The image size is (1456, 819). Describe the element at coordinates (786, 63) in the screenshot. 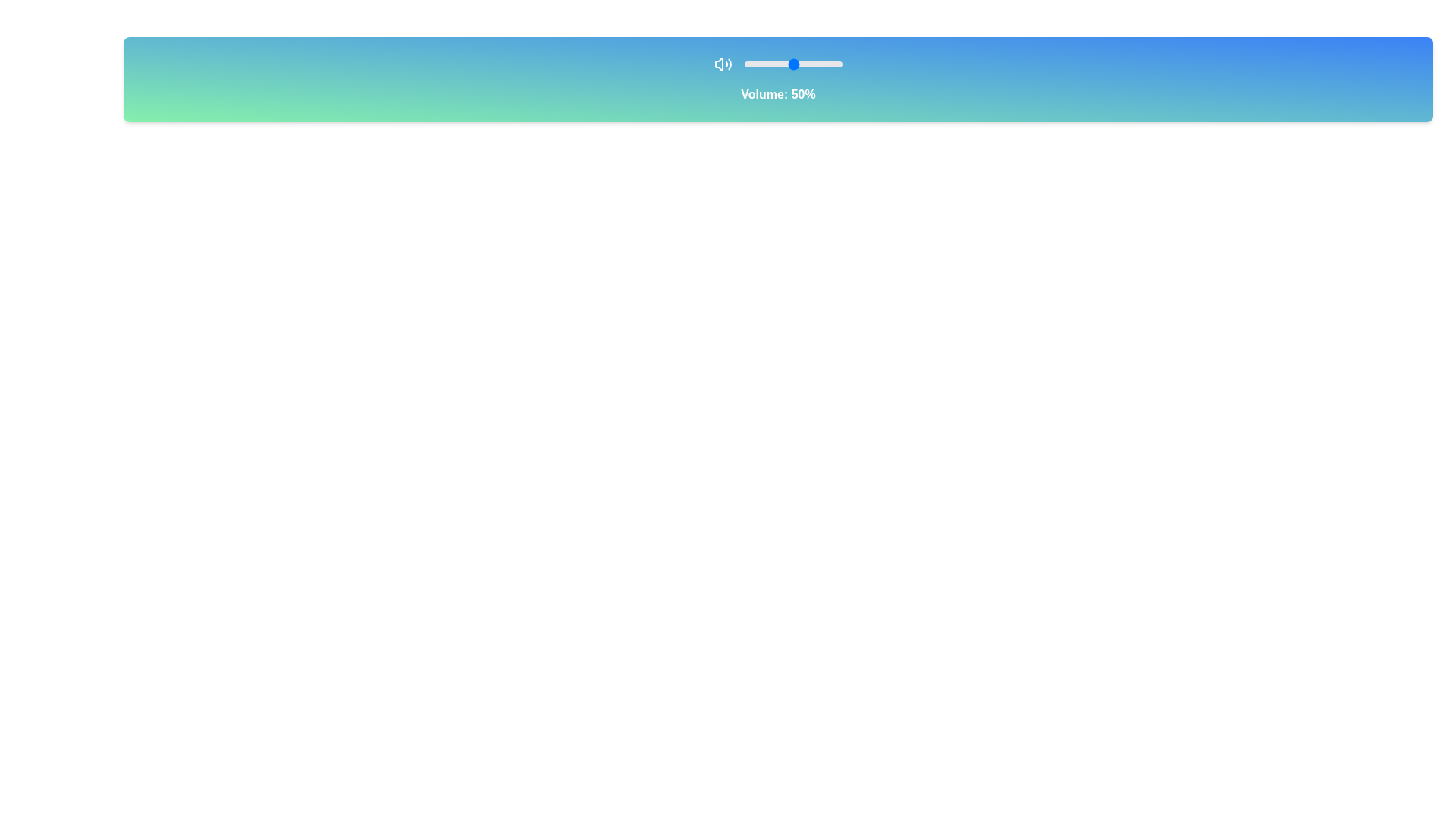

I see `the volume level on the slider` at that location.